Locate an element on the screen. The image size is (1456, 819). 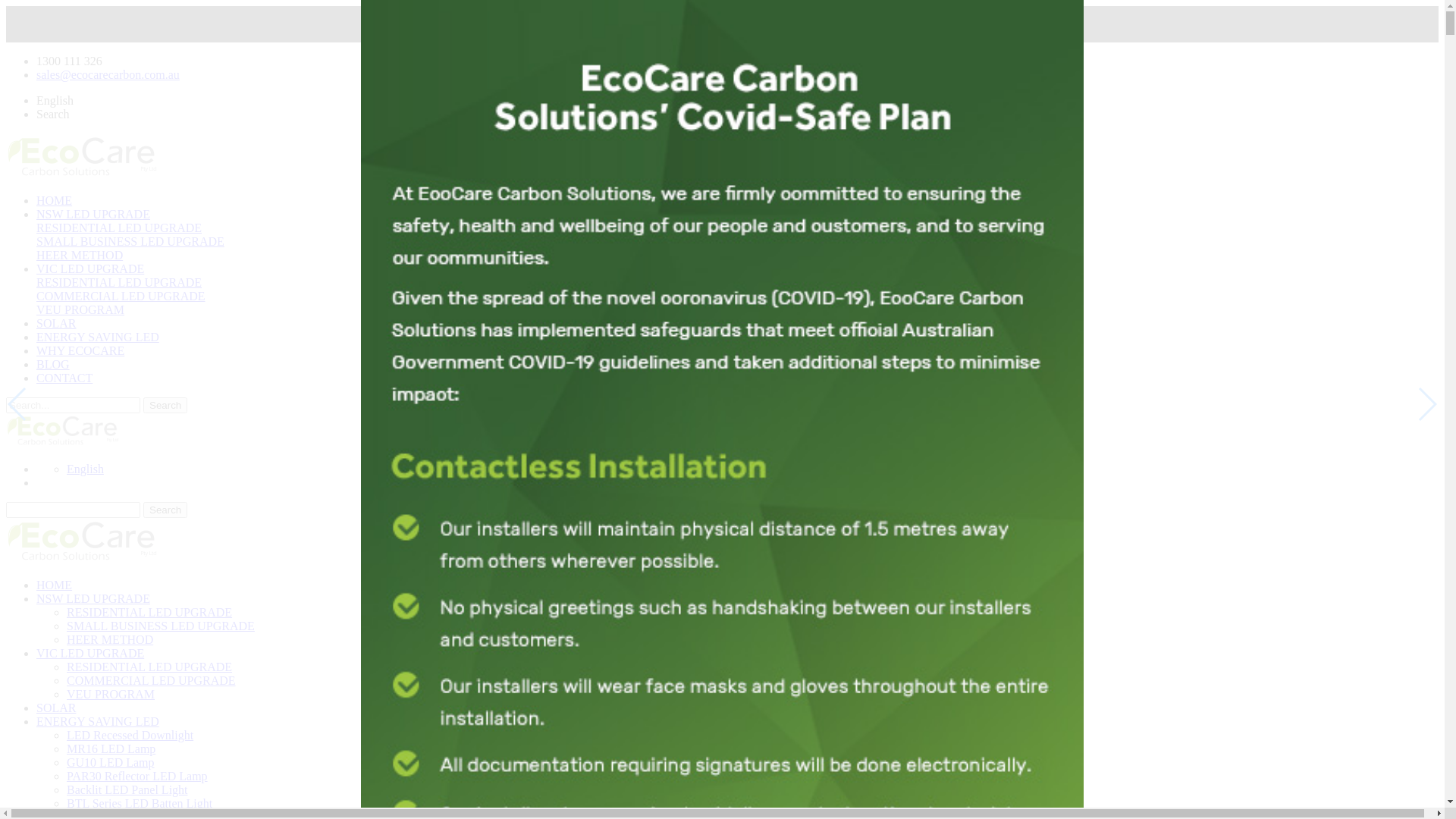
'SOLAR' is located at coordinates (55, 322).